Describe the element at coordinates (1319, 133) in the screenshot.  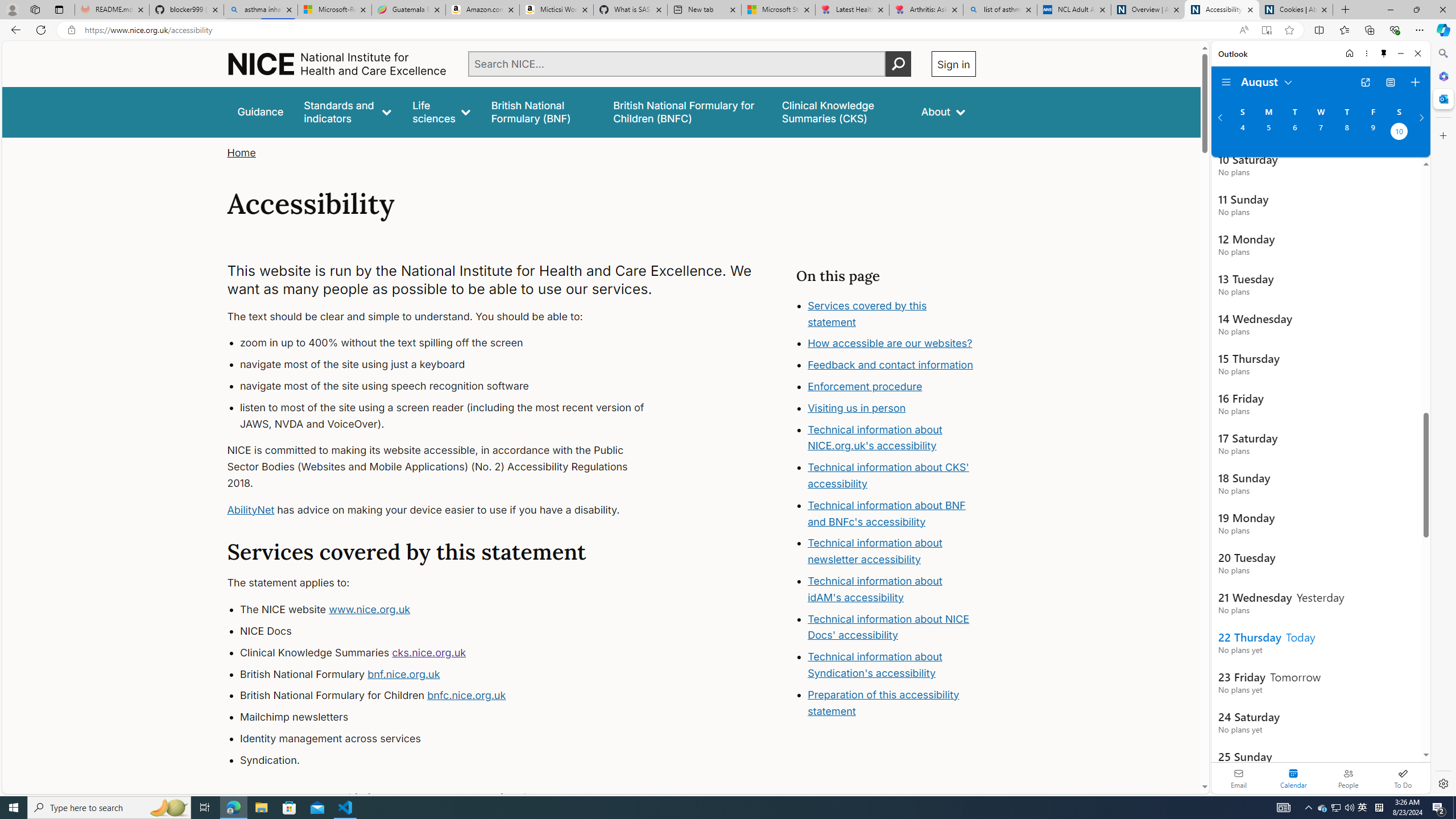
I see `'Wednesday, August 7, 2024. '` at that location.